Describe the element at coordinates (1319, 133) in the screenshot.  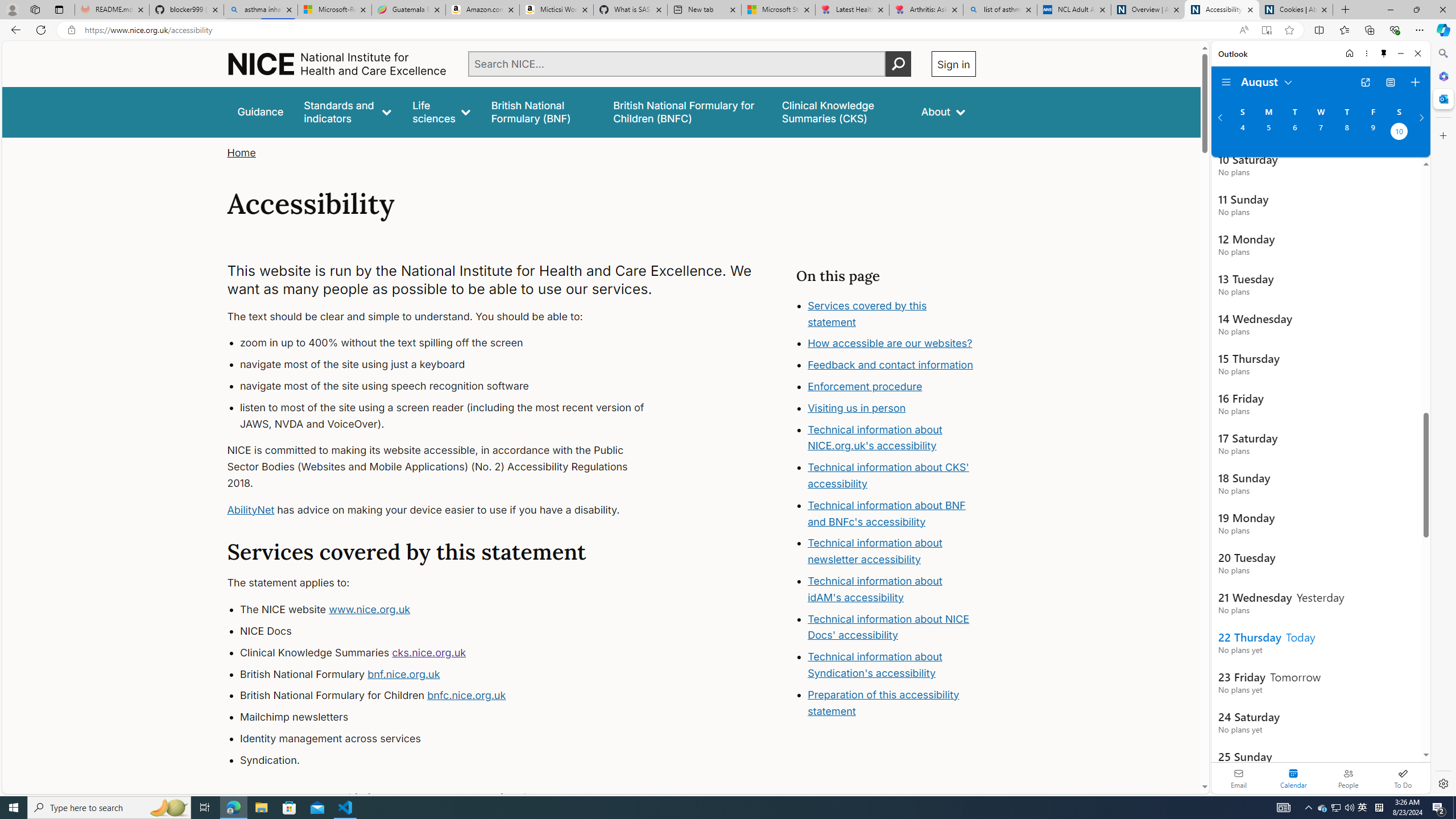
I see `'Wednesday, August 7, 2024. '` at that location.